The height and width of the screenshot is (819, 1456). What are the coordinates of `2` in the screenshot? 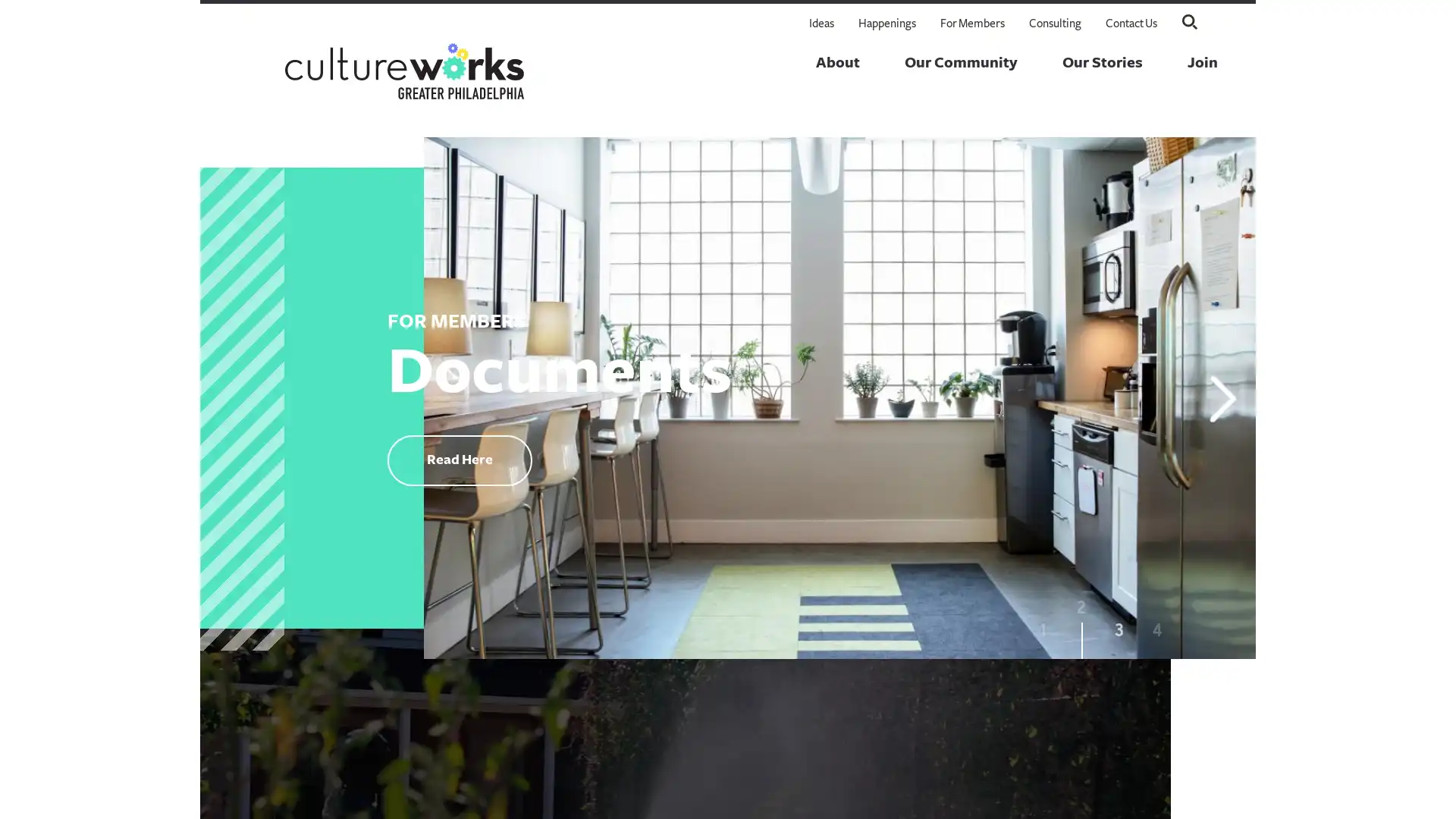 It's located at (1080, 635).